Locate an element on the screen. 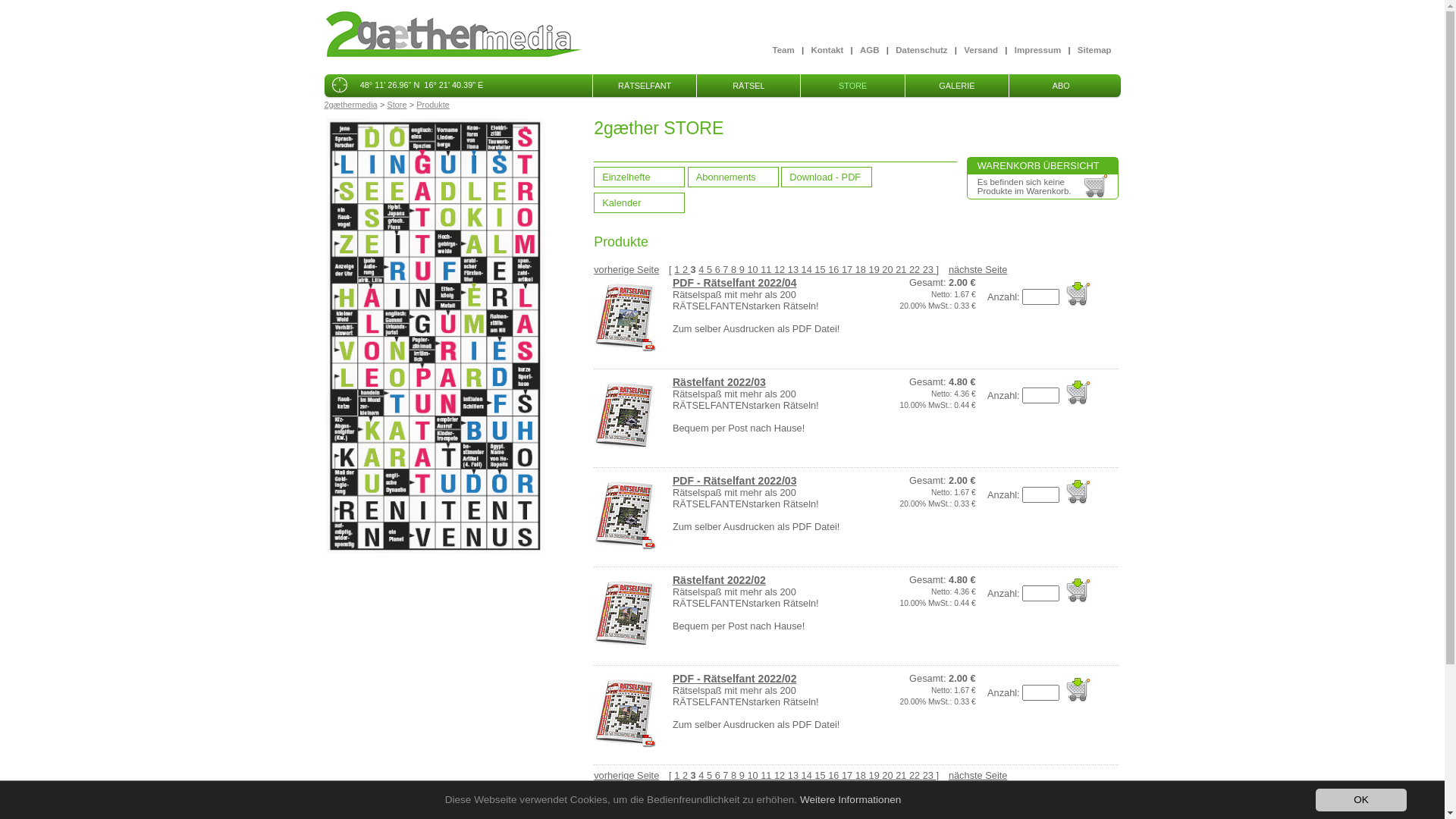 This screenshot has width=1456, height=819. '5' is located at coordinates (710, 268).